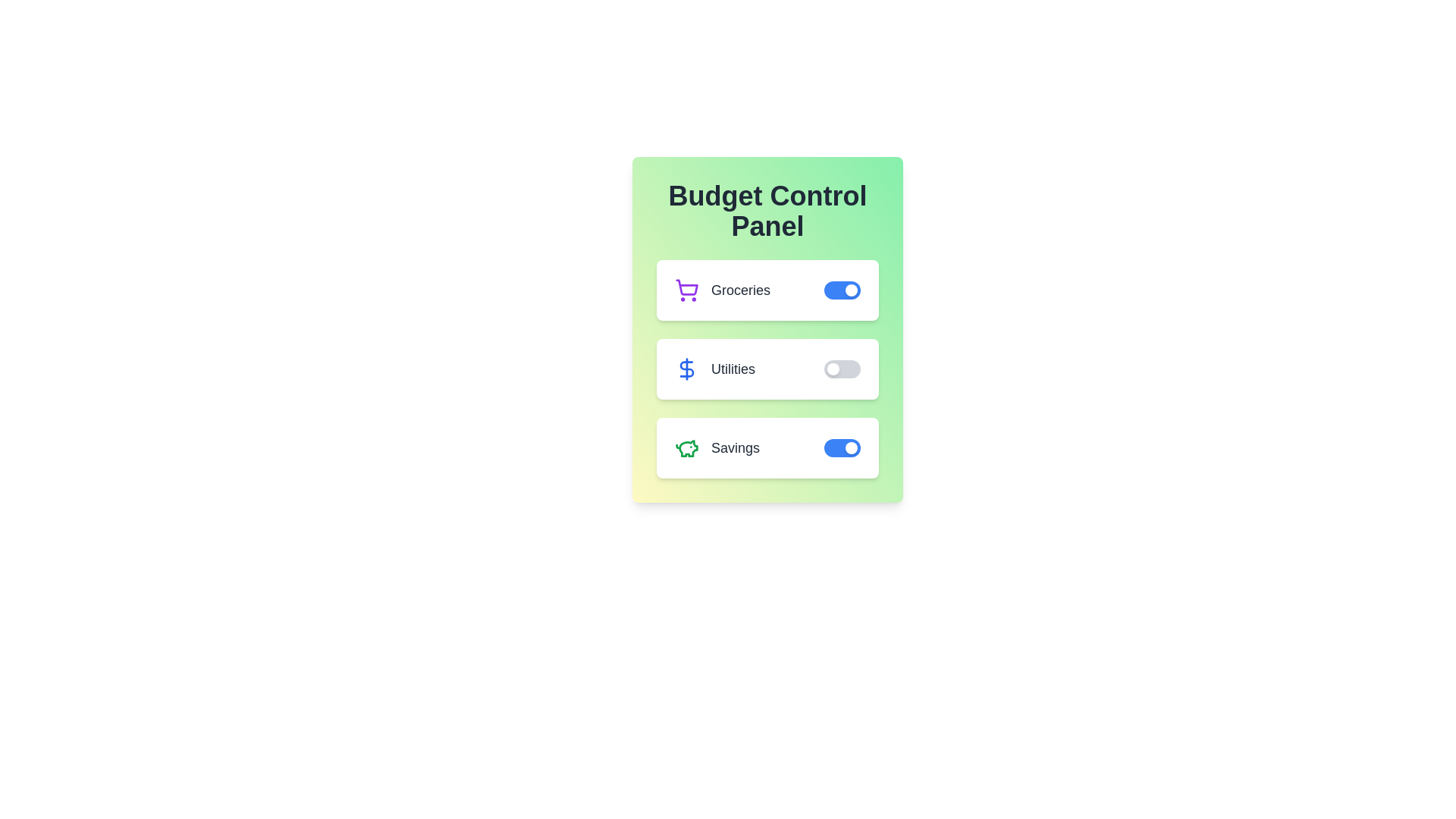  What do you see at coordinates (841, 369) in the screenshot?
I see `the 'Utilities' toggle switch to change its state` at bounding box center [841, 369].